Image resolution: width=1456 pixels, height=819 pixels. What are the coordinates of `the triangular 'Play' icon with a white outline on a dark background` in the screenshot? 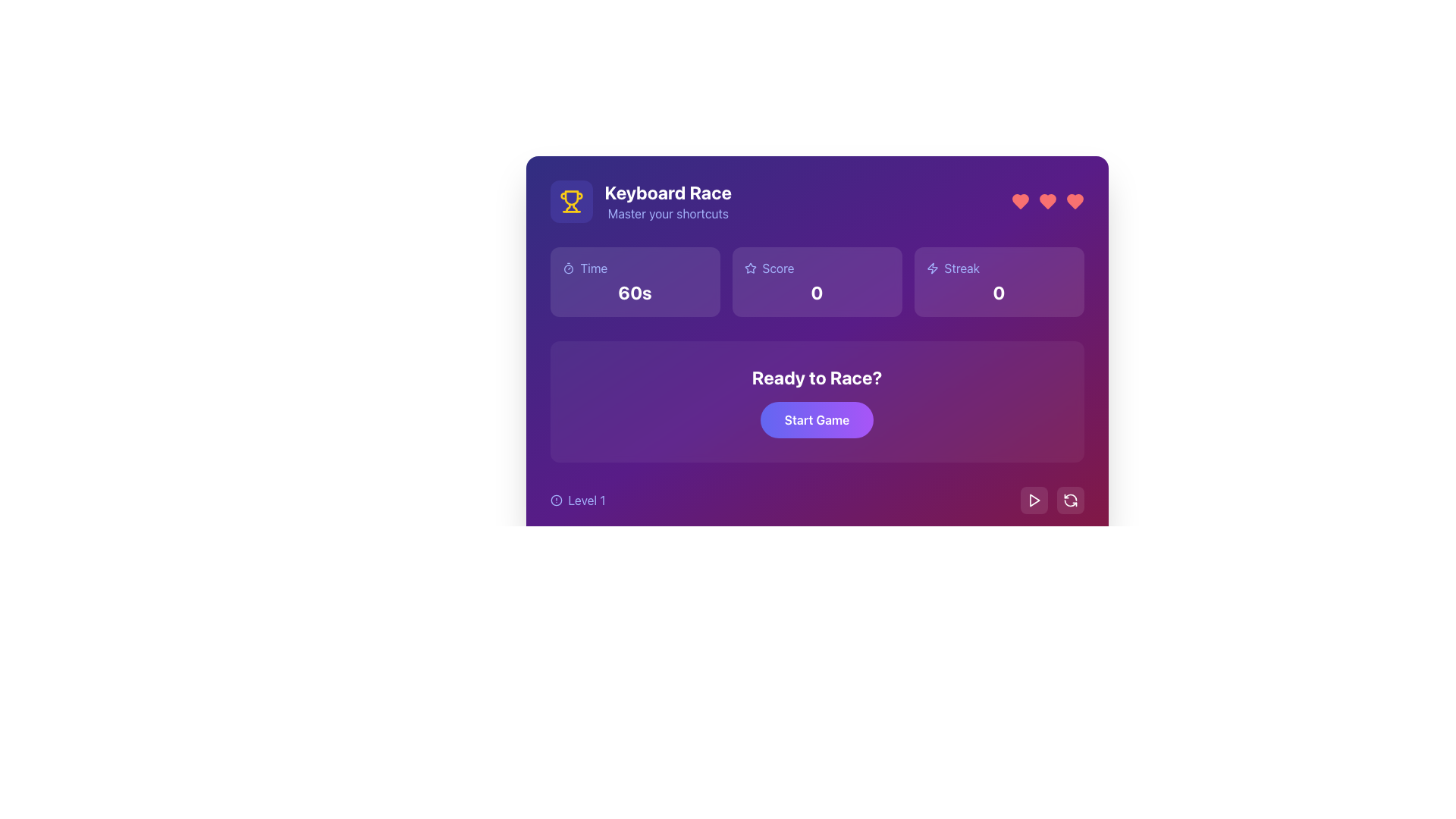 It's located at (1033, 500).